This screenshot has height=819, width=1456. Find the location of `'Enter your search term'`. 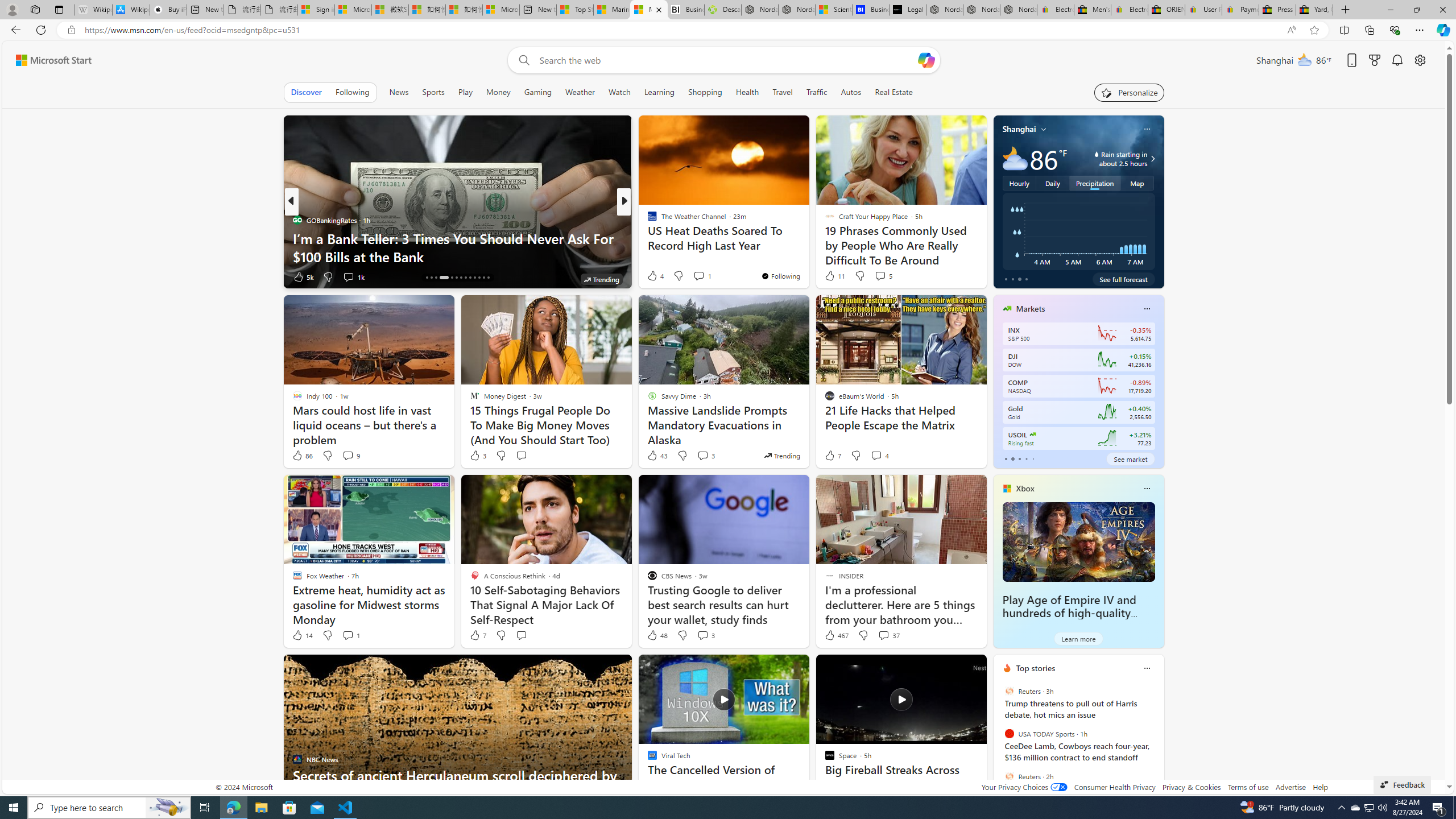

'Enter your search term' is located at coordinates (726, 59).